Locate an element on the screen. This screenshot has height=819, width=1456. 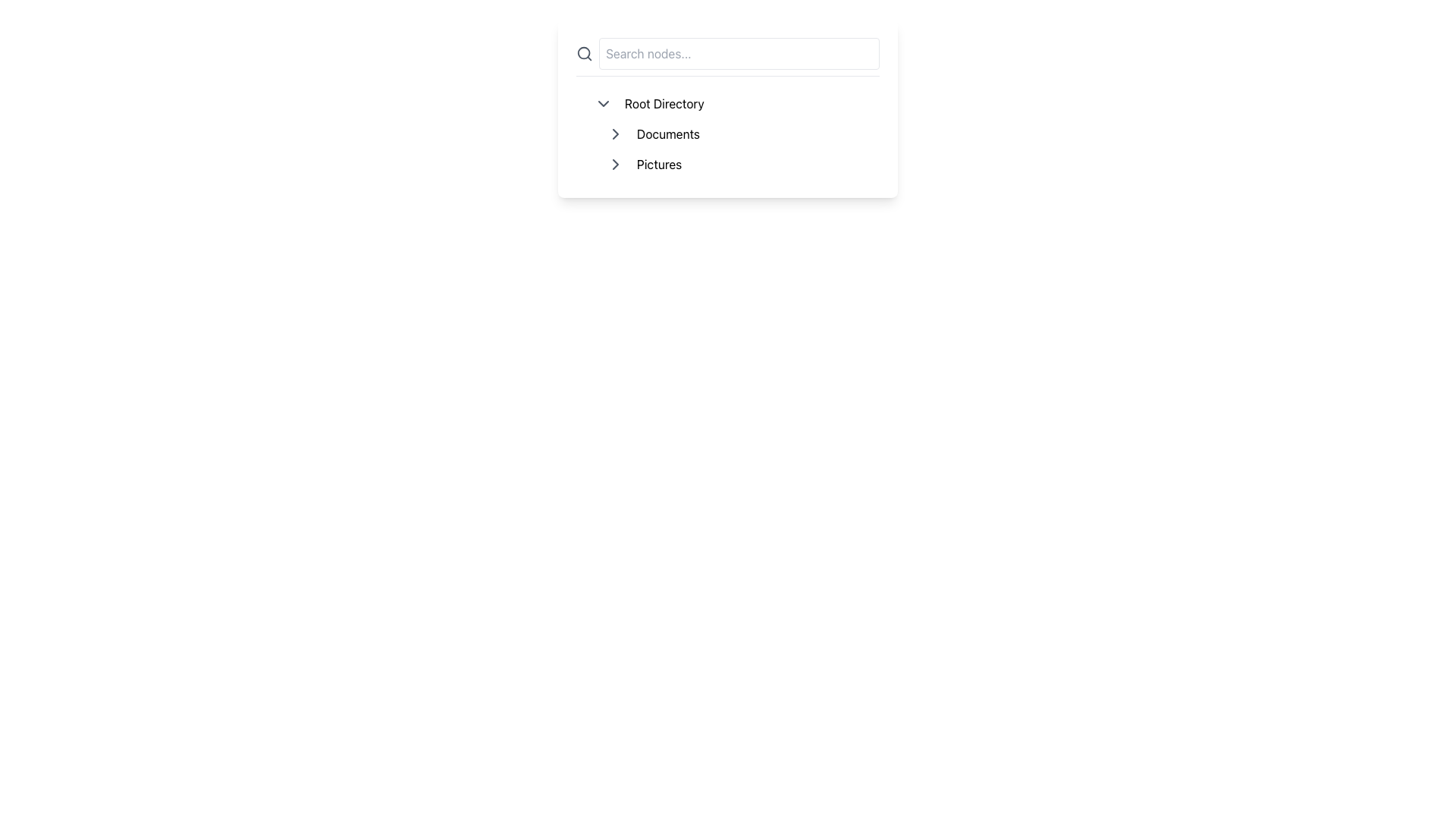
the chevron icon located to the immediate left of the text label 'Documents' to provide visual feedback is located at coordinates (615, 133).